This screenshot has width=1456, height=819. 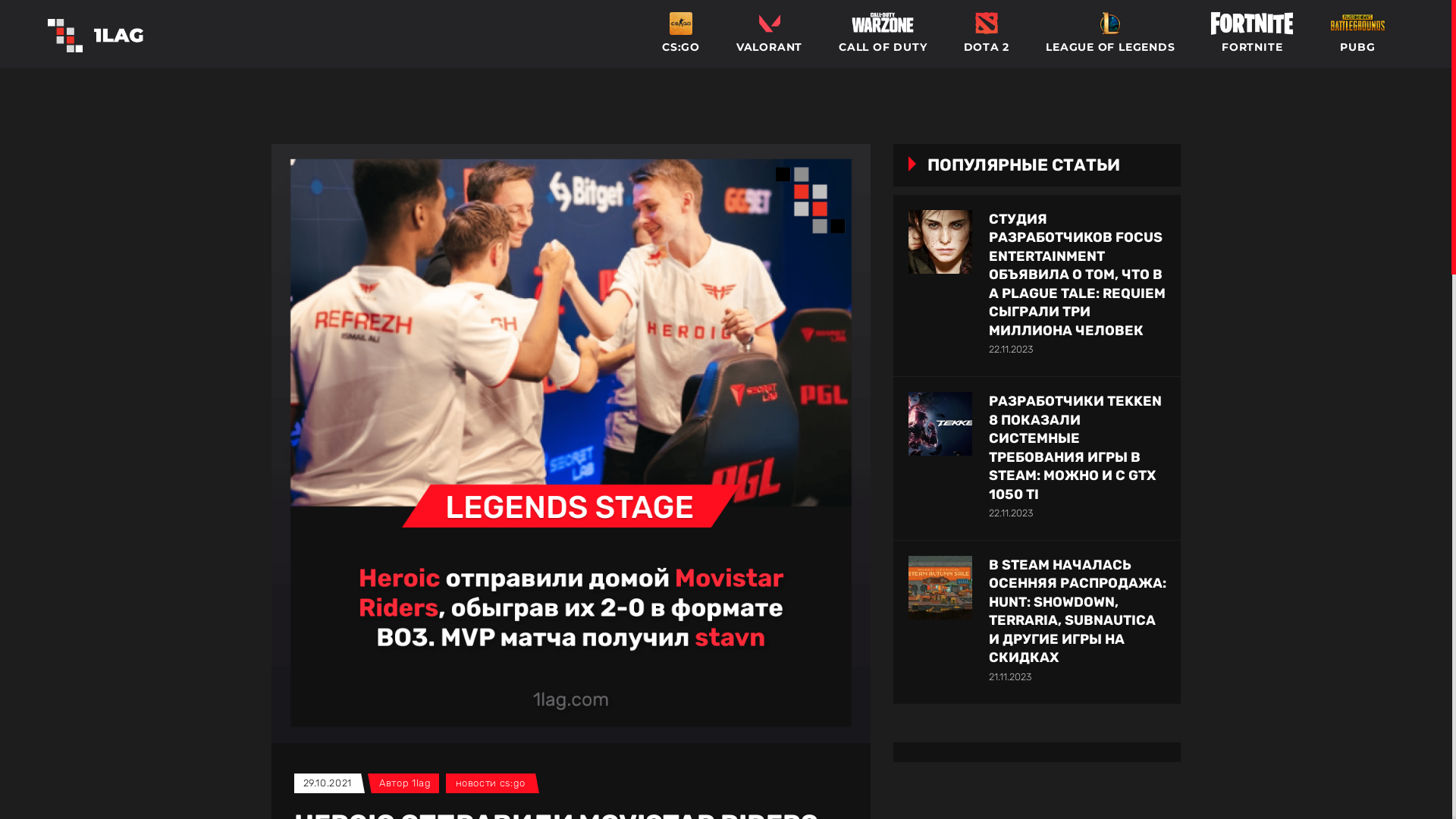 I want to click on 'PUBG', so click(x=1313, y=34).